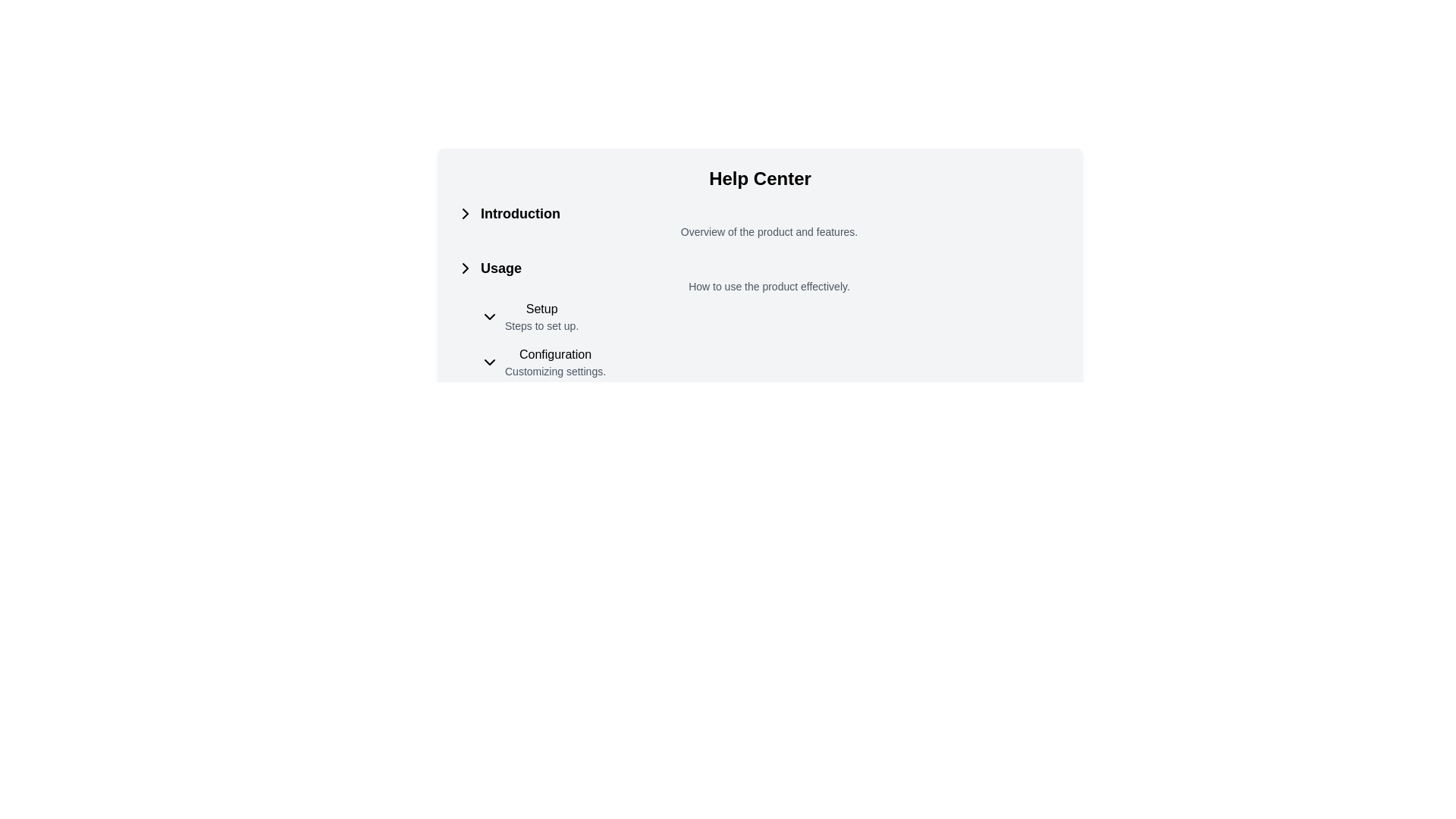  What do you see at coordinates (490, 362) in the screenshot?
I see `the downwards-pointing chevron icon button, which is styled with a thin black outline and located to the left of the 'Configuration' text` at bounding box center [490, 362].